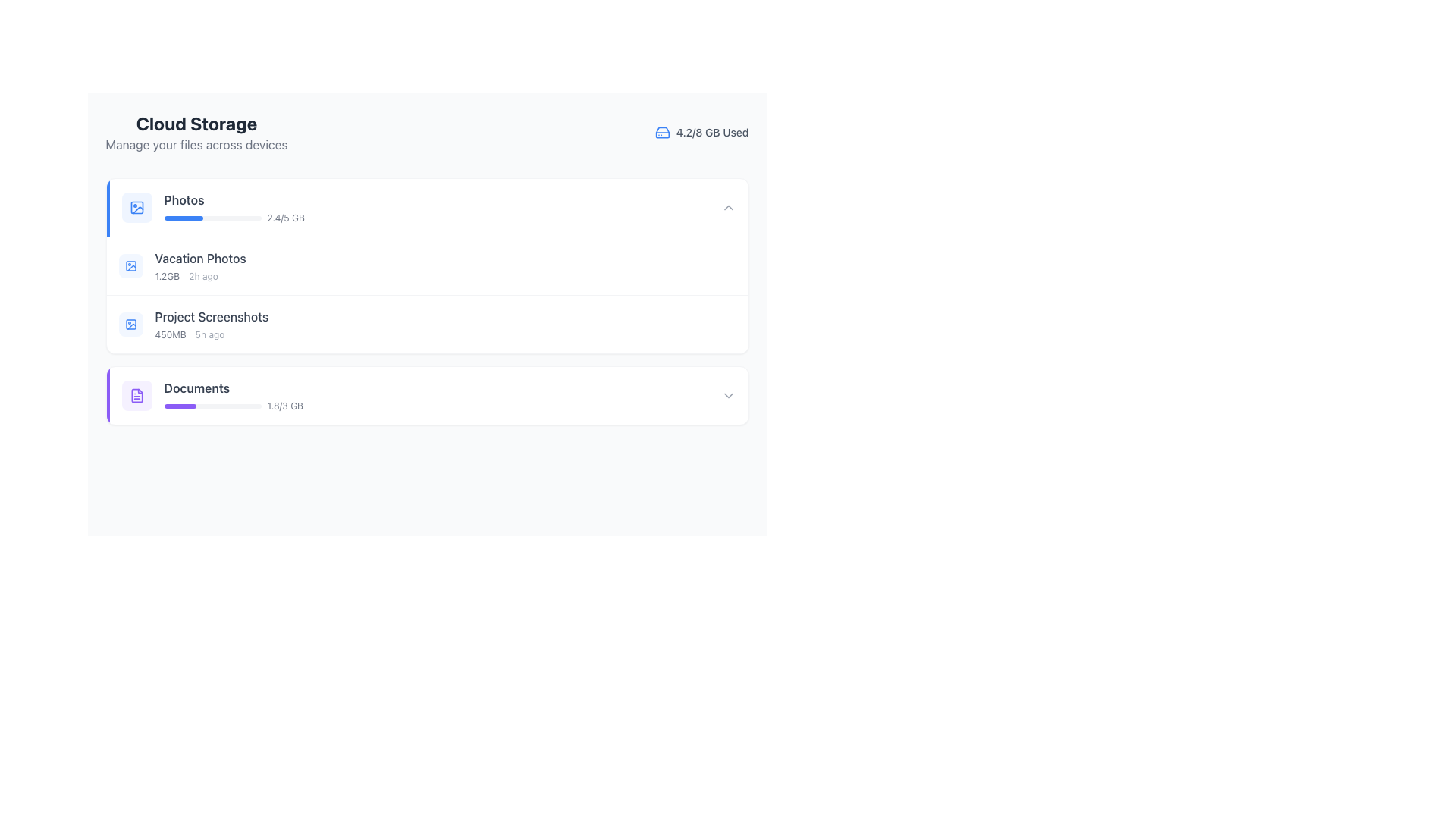 This screenshot has width=1456, height=819. Describe the element at coordinates (697, 265) in the screenshot. I see `the share button located in the 'Vacation Photos' row, positioned on the right side near its center` at that location.